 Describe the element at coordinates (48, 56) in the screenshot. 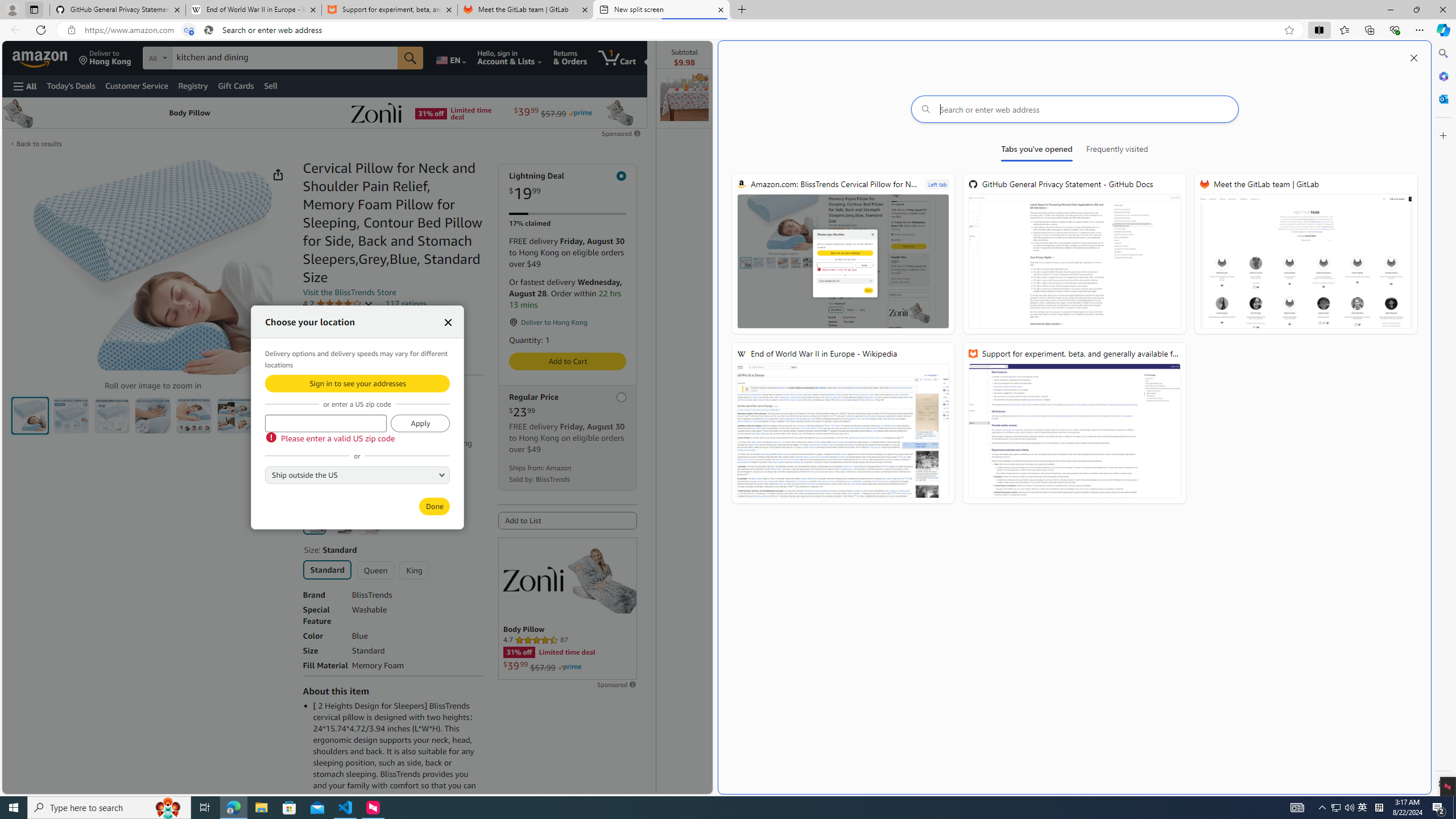

I see `'Skip to main content'` at that location.